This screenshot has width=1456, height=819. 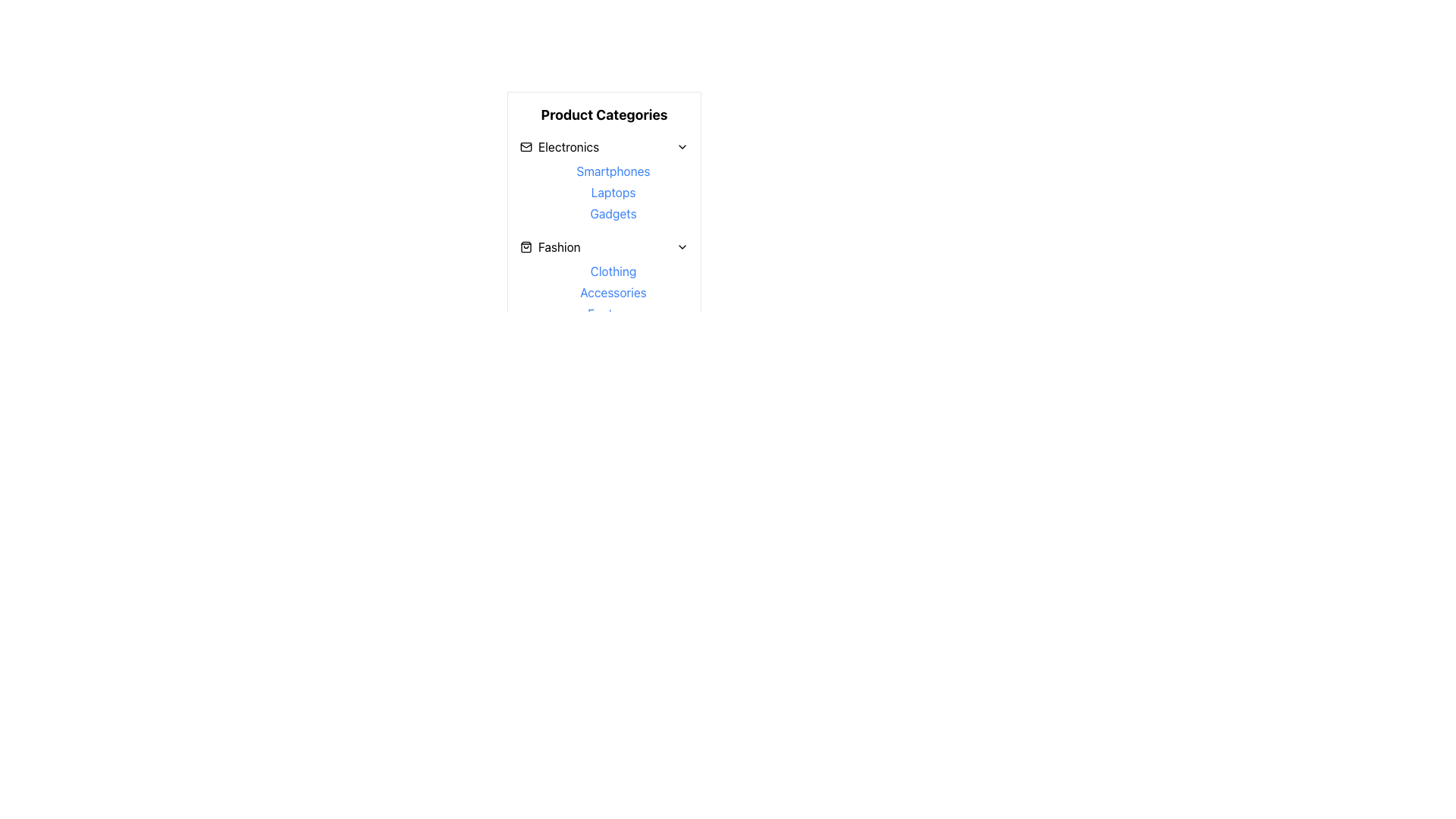 I want to click on the 'Electronics' text label, which is bold and part of the product categories list, so click(x=559, y=146).